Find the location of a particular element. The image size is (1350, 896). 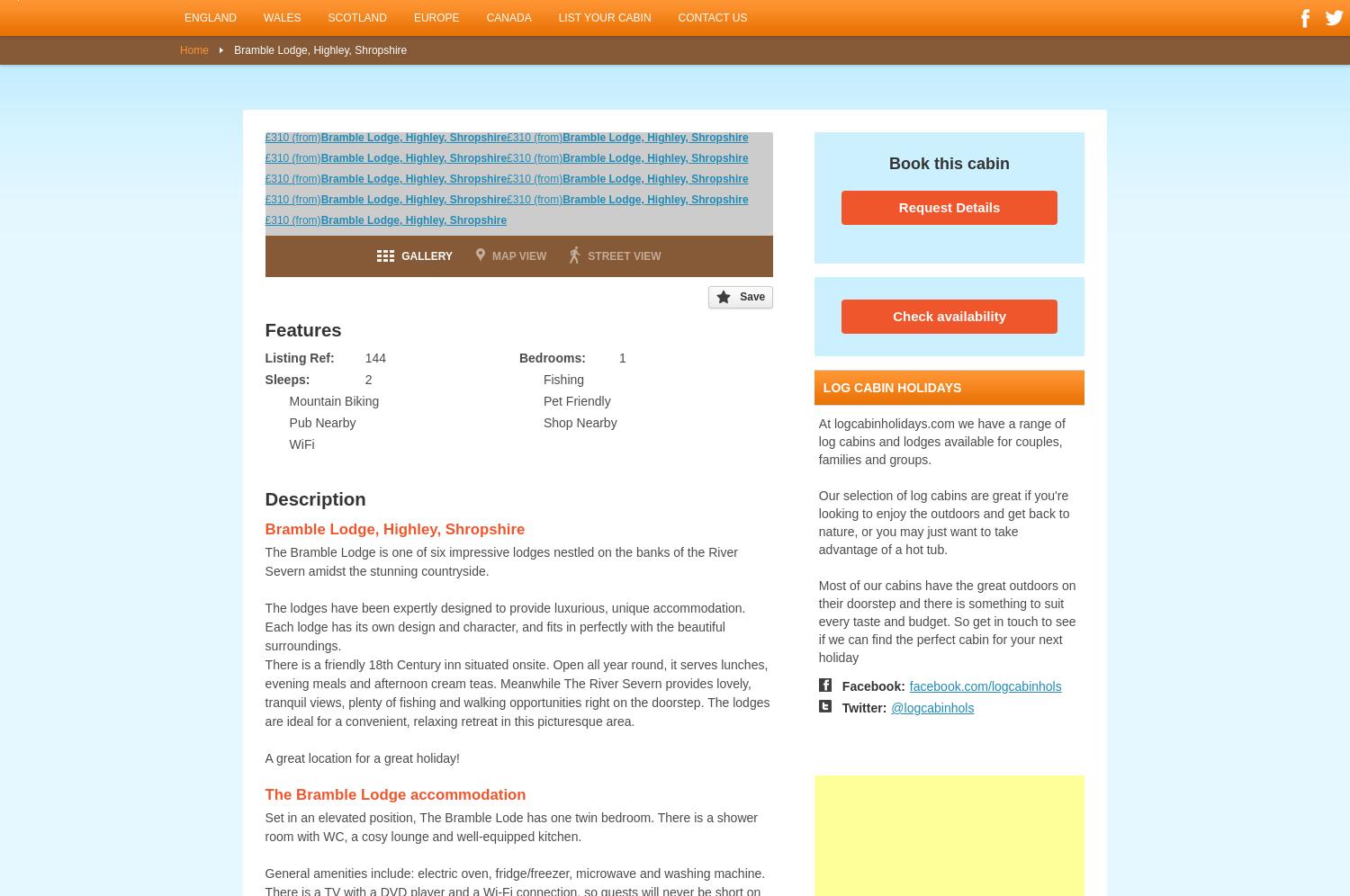

'Check availability' is located at coordinates (949, 316).